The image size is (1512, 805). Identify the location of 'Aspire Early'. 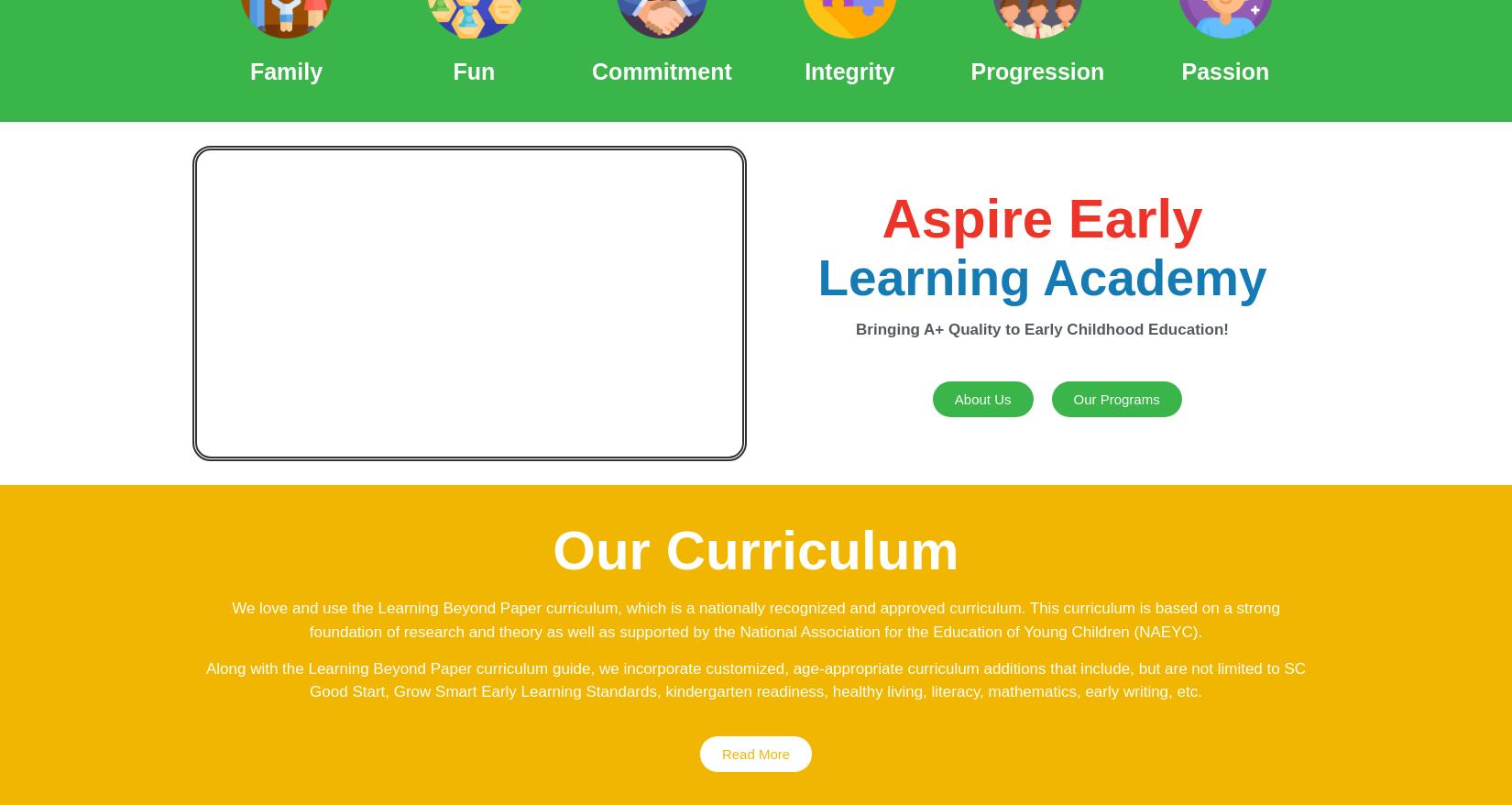
(1042, 217).